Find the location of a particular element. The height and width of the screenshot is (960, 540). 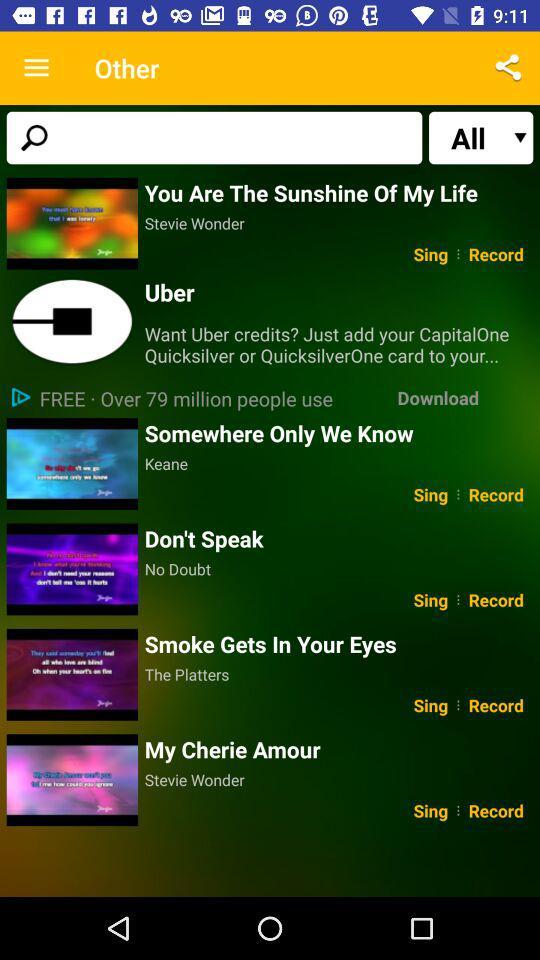

item above stevie wonder  item is located at coordinates (338, 748).